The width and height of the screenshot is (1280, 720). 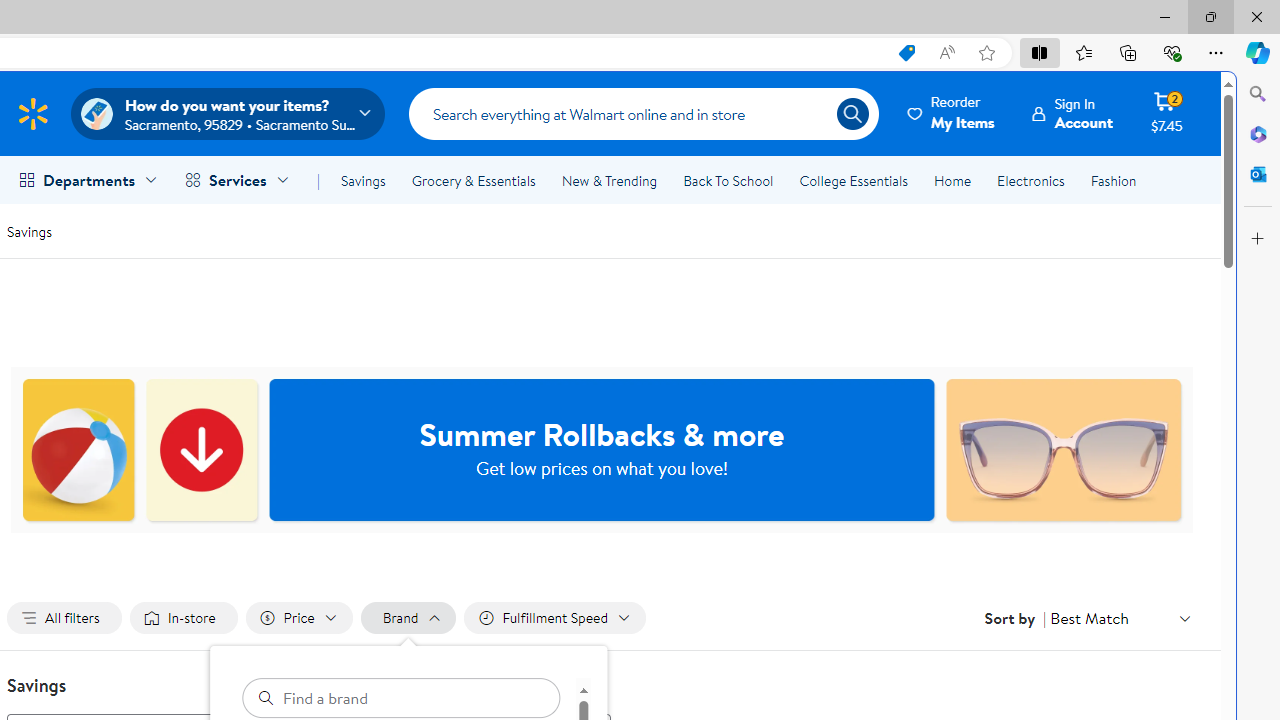 What do you see at coordinates (608, 181) in the screenshot?
I see `'New & Trending'` at bounding box center [608, 181].